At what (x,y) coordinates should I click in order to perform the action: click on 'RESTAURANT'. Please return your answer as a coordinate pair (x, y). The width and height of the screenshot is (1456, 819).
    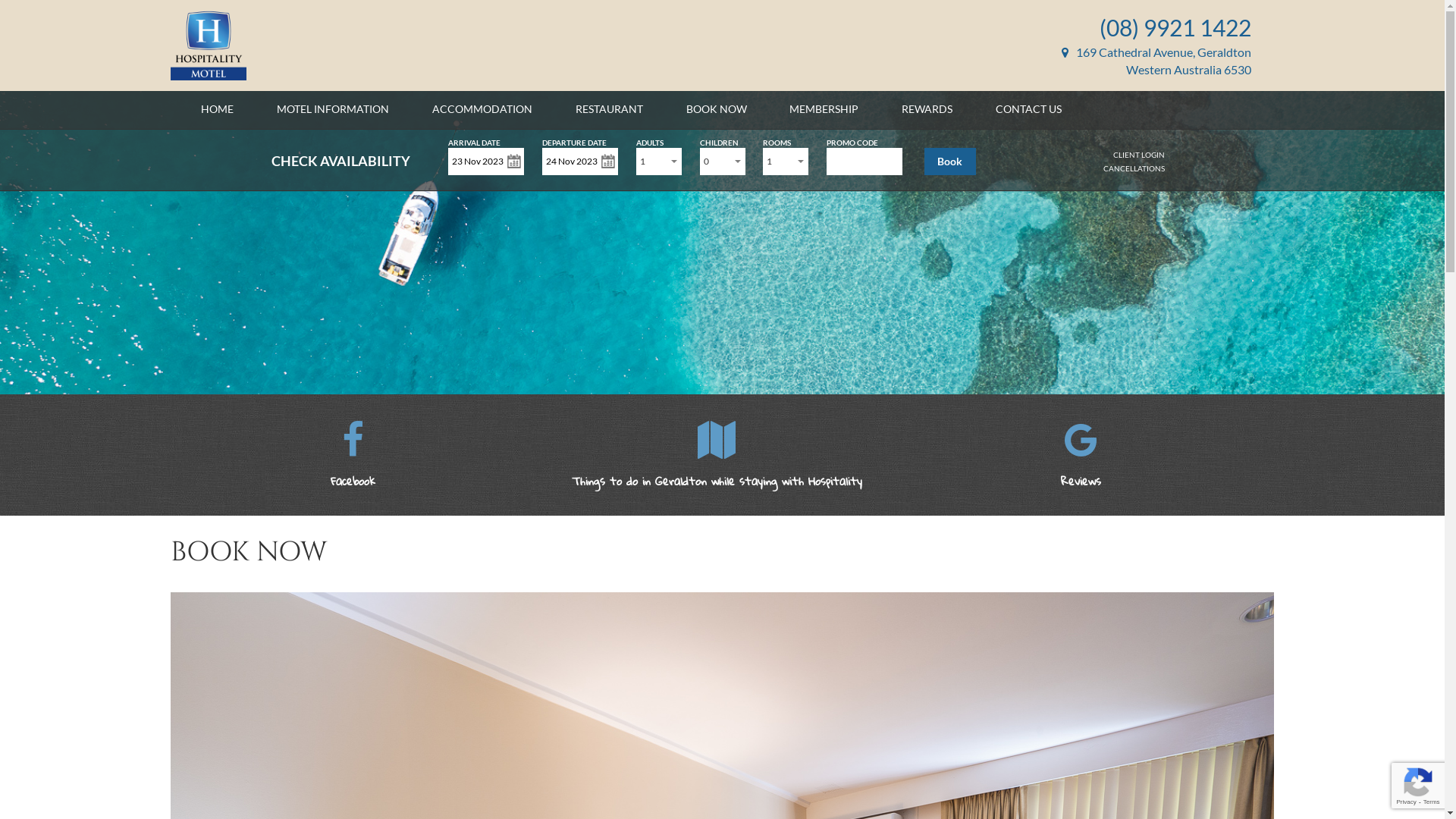
    Looking at the image, I should click on (609, 108).